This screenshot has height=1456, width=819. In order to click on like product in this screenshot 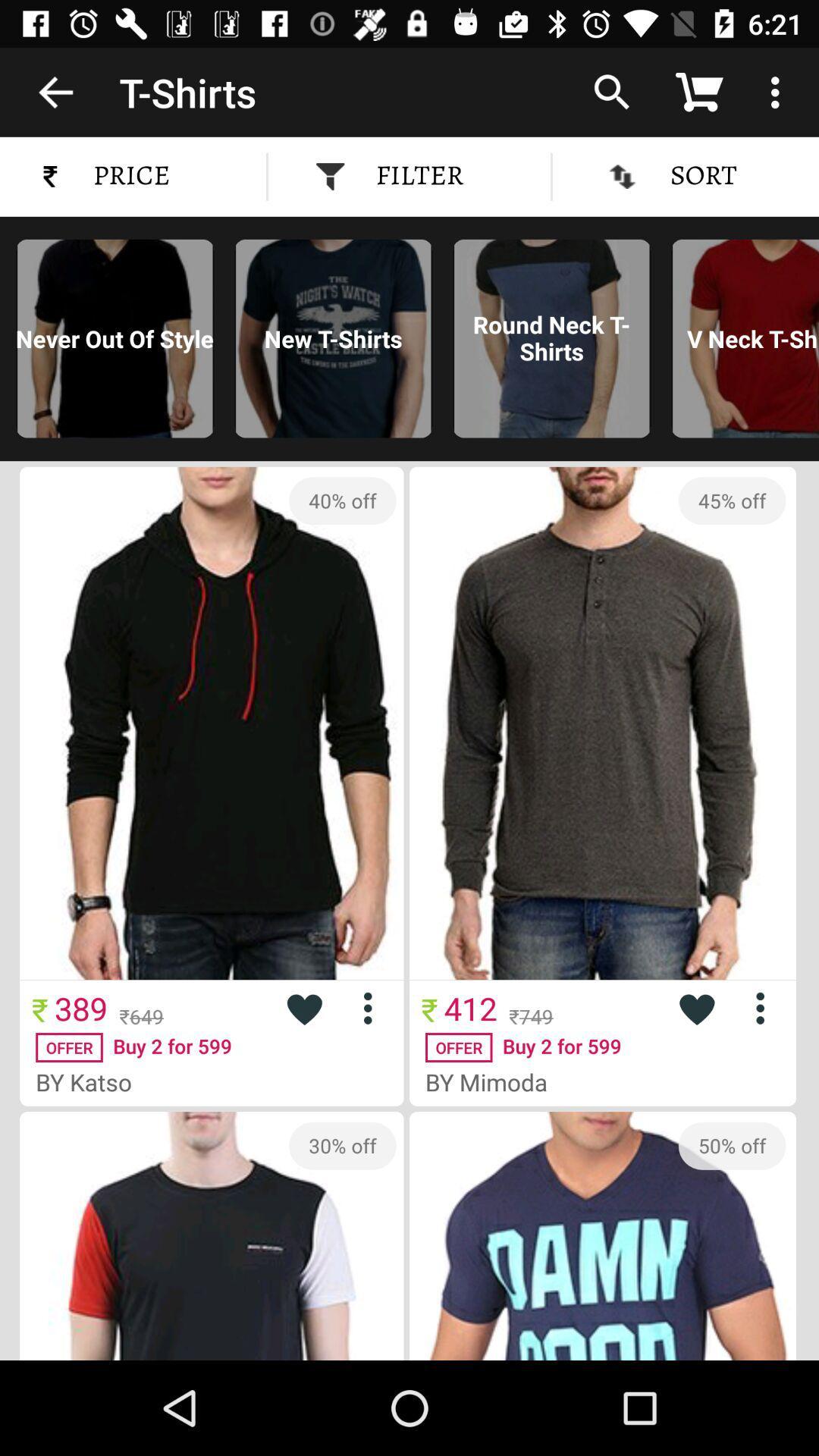, I will do `click(696, 1008)`.